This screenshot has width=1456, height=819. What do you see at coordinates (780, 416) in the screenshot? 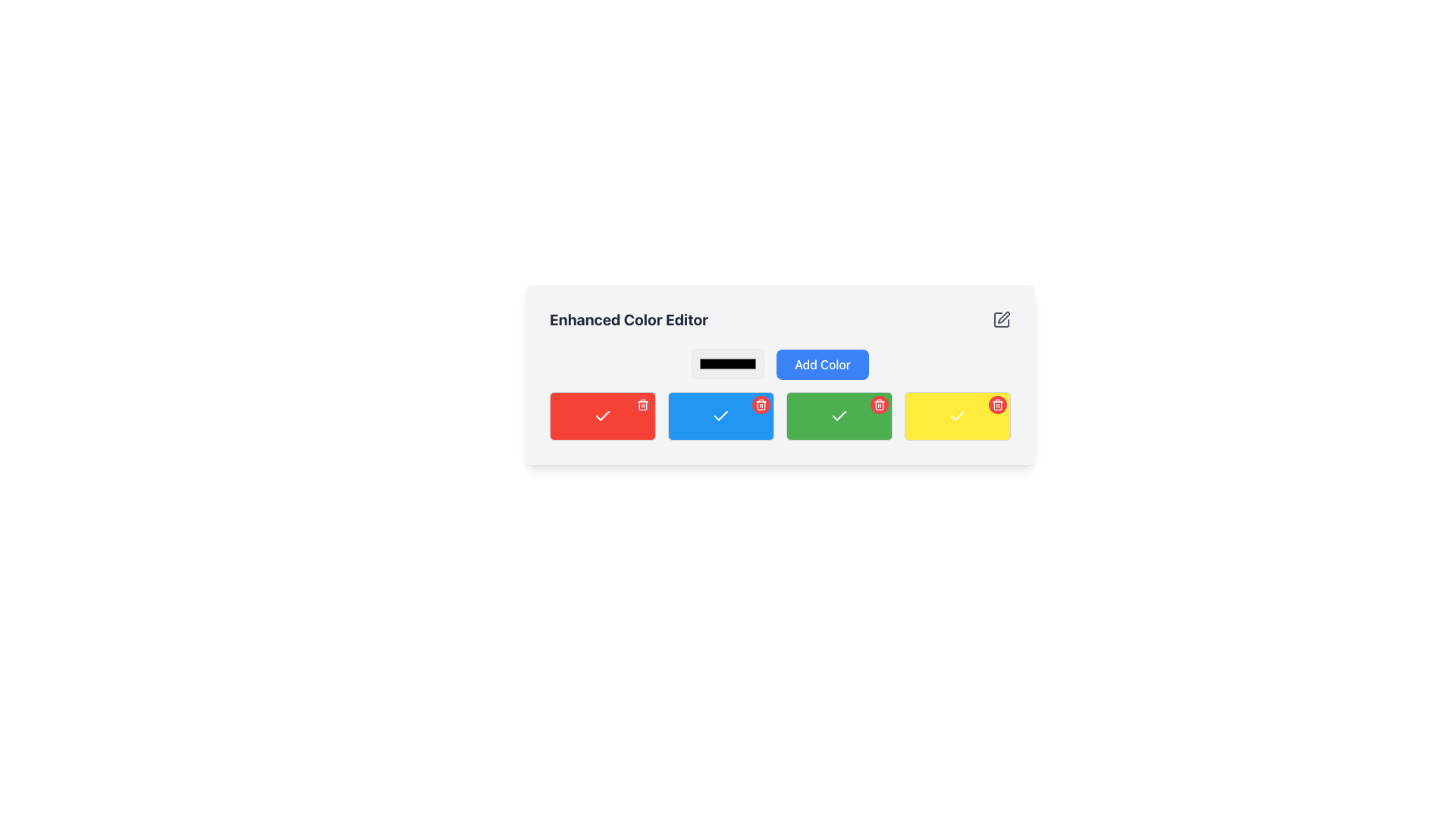
I see `inside the grid structure located near the bottom of the Enhanced Color Editor interface to interact with specific cells` at bounding box center [780, 416].